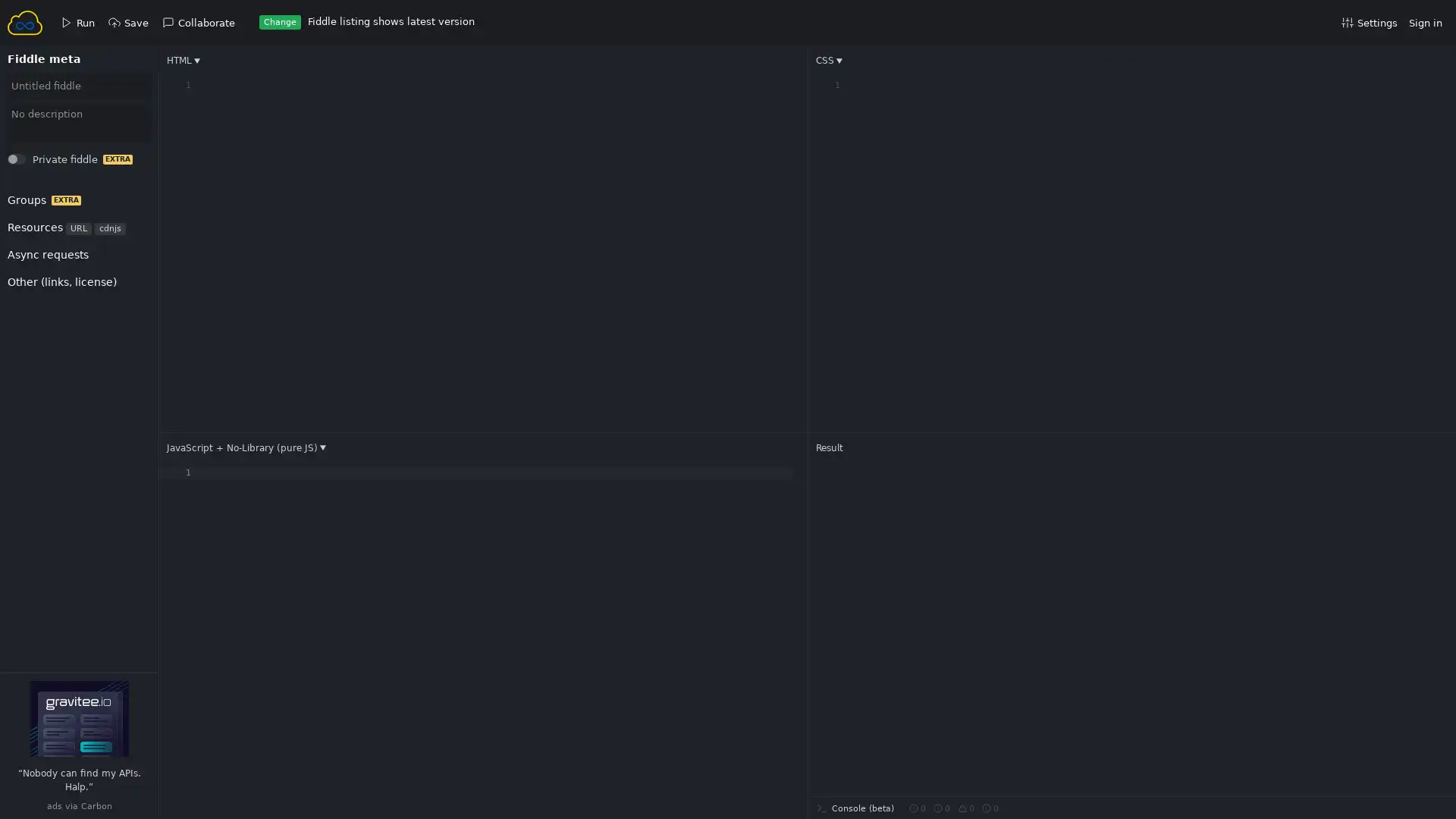 Image resolution: width=1456 pixels, height=819 pixels. Describe the element at coordinates (32, 163) in the screenshot. I see `Save` at that location.